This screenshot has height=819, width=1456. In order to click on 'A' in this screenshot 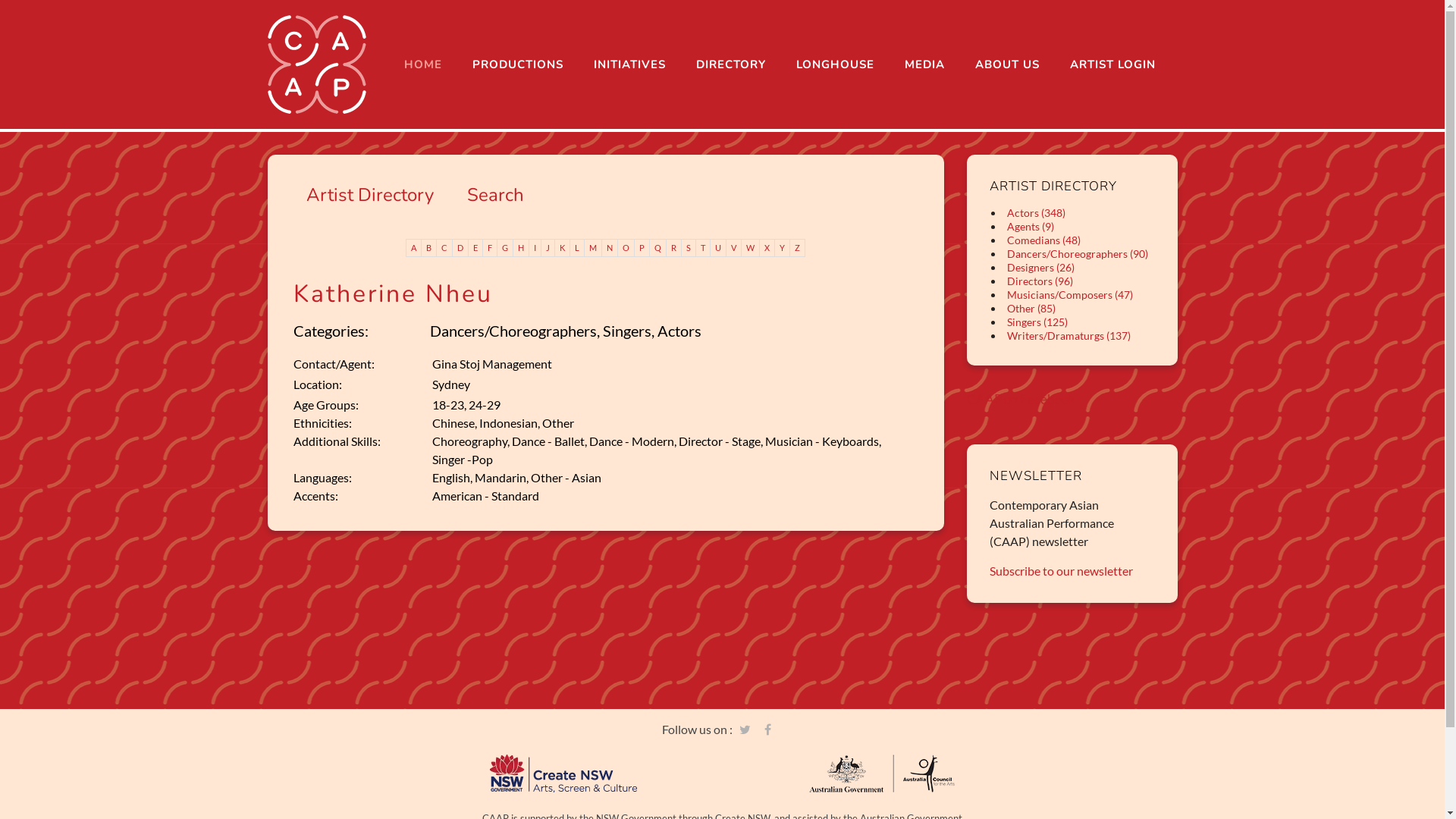, I will do `click(413, 247)`.